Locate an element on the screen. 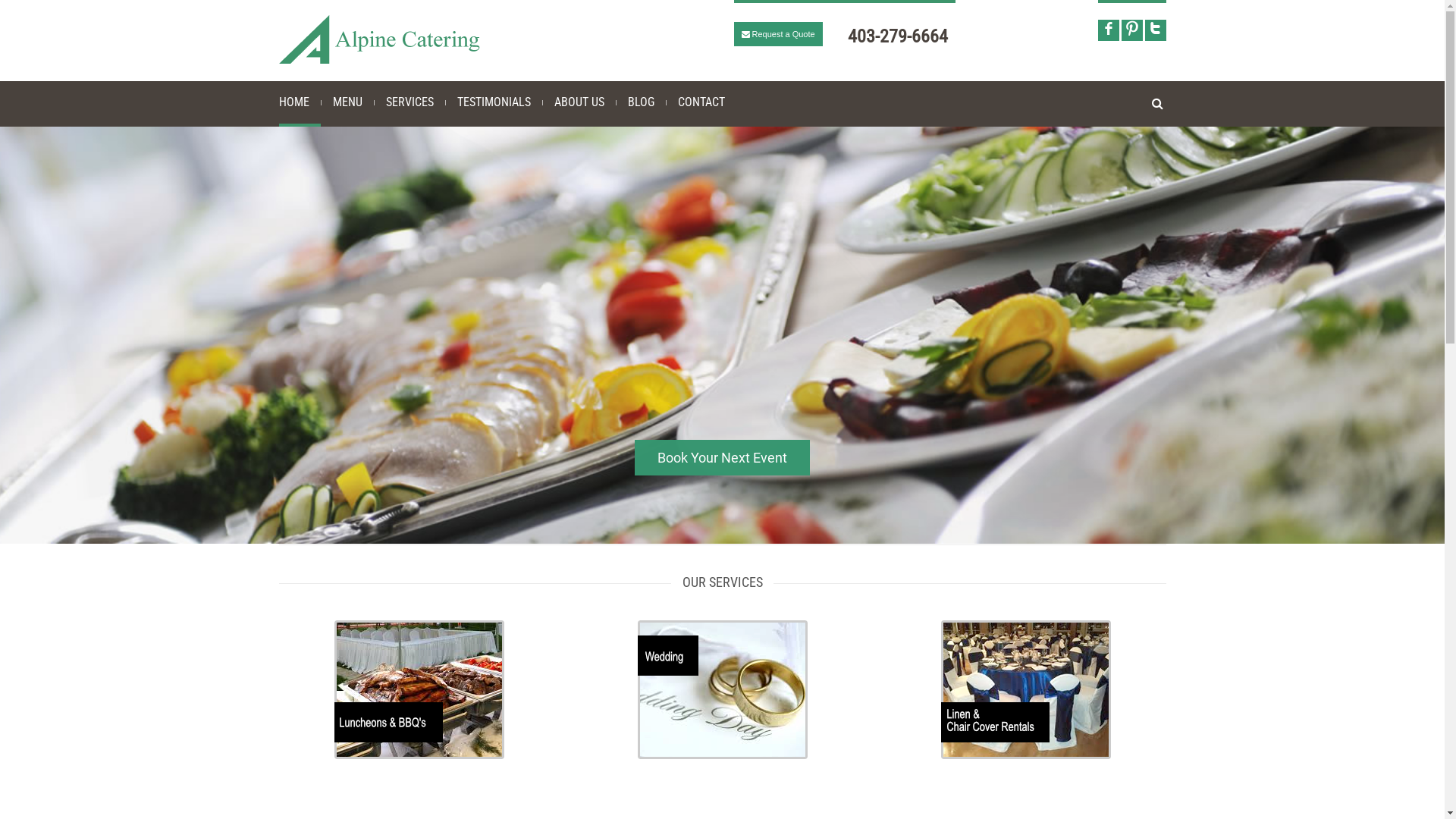 This screenshot has height=819, width=1456. 'Book Your Next Event' is located at coordinates (721, 457).